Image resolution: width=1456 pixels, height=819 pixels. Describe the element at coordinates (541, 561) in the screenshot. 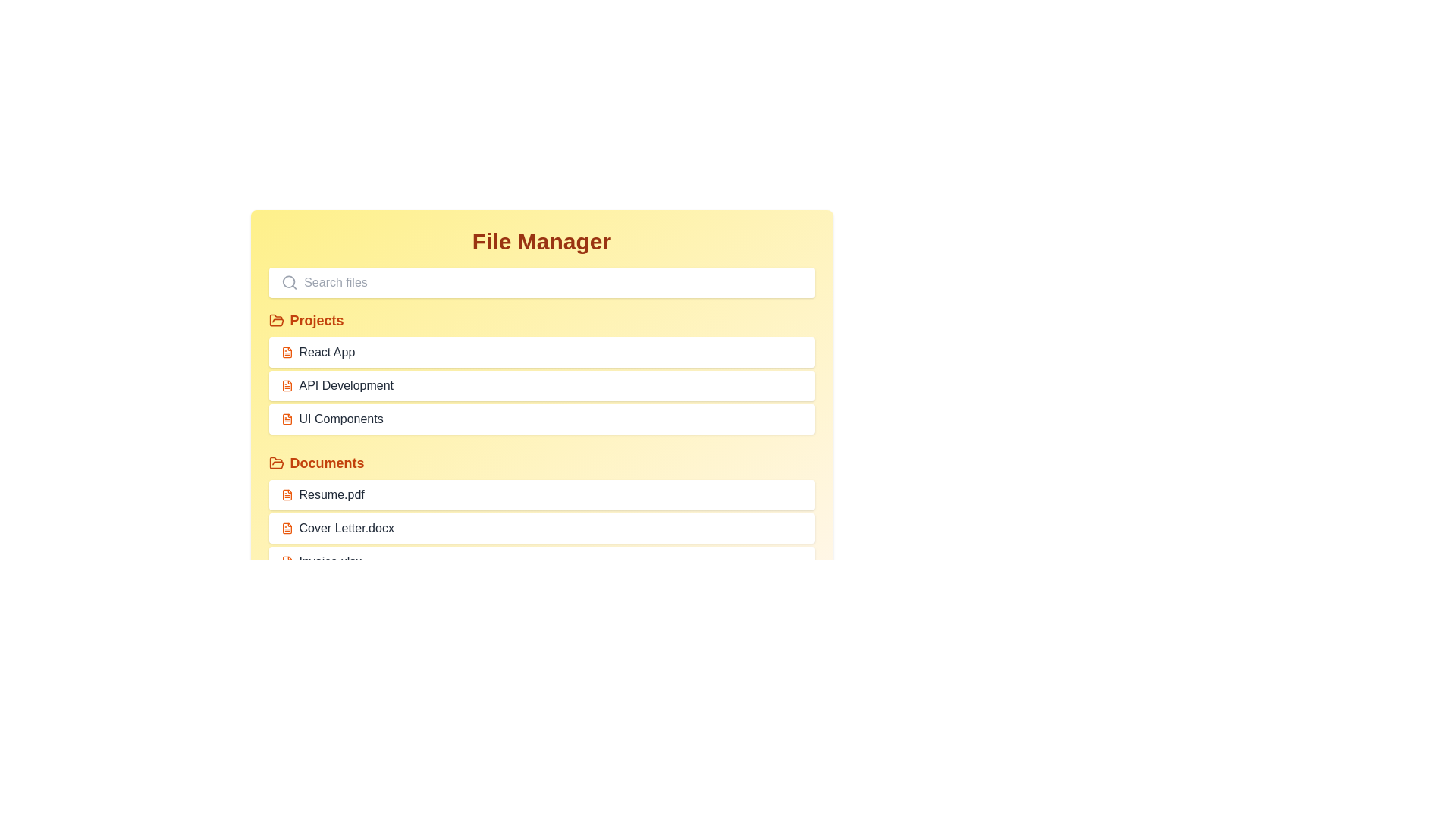

I see `the file named Invoice.xlsx to select it` at that location.